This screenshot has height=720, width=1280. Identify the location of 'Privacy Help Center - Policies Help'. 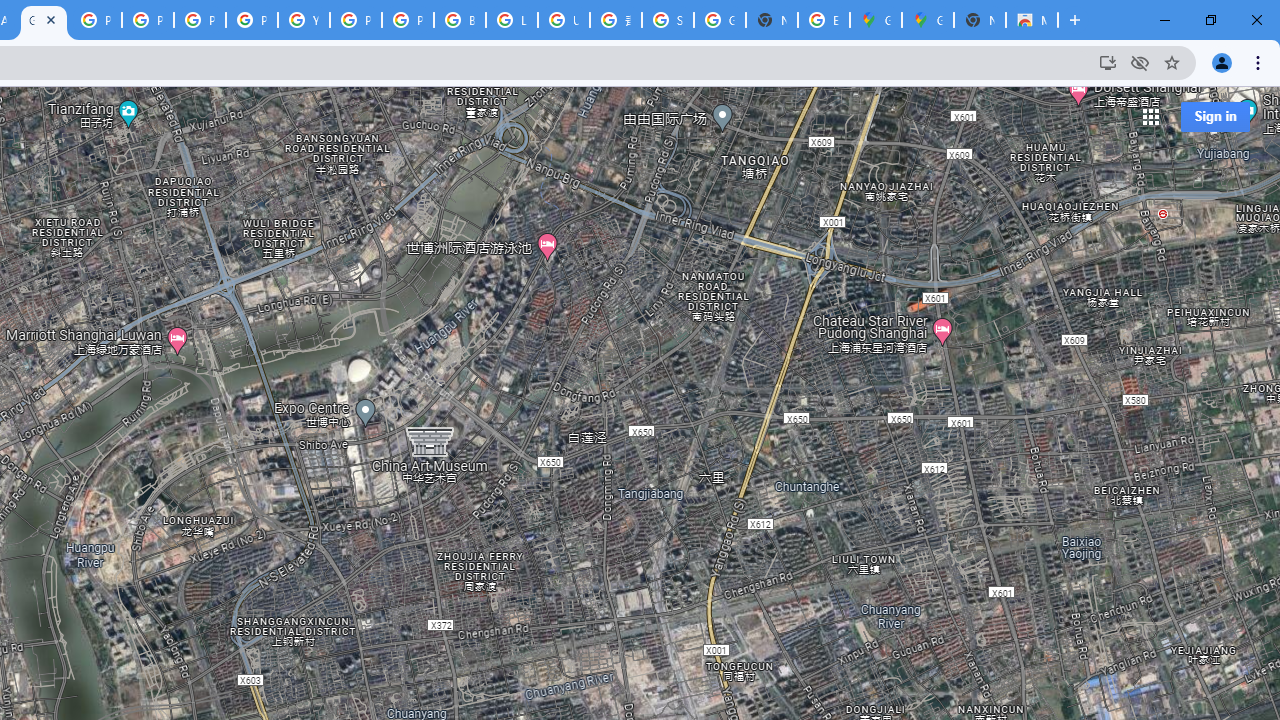
(146, 20).